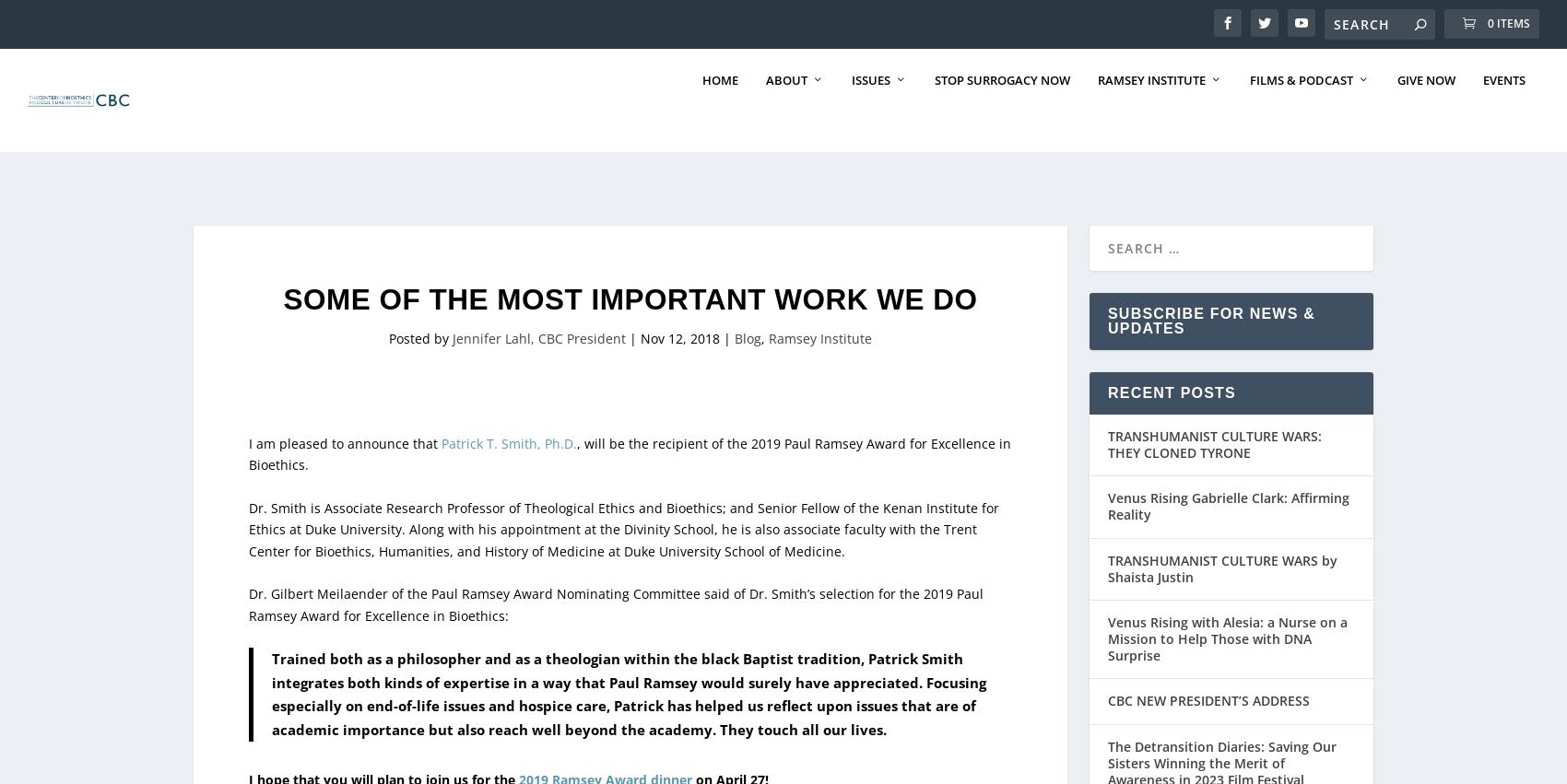 Image resolution: width=1567 pixels, height=784 pixels. I want to click on 'Nov 12, 2018', so click(679, 298).